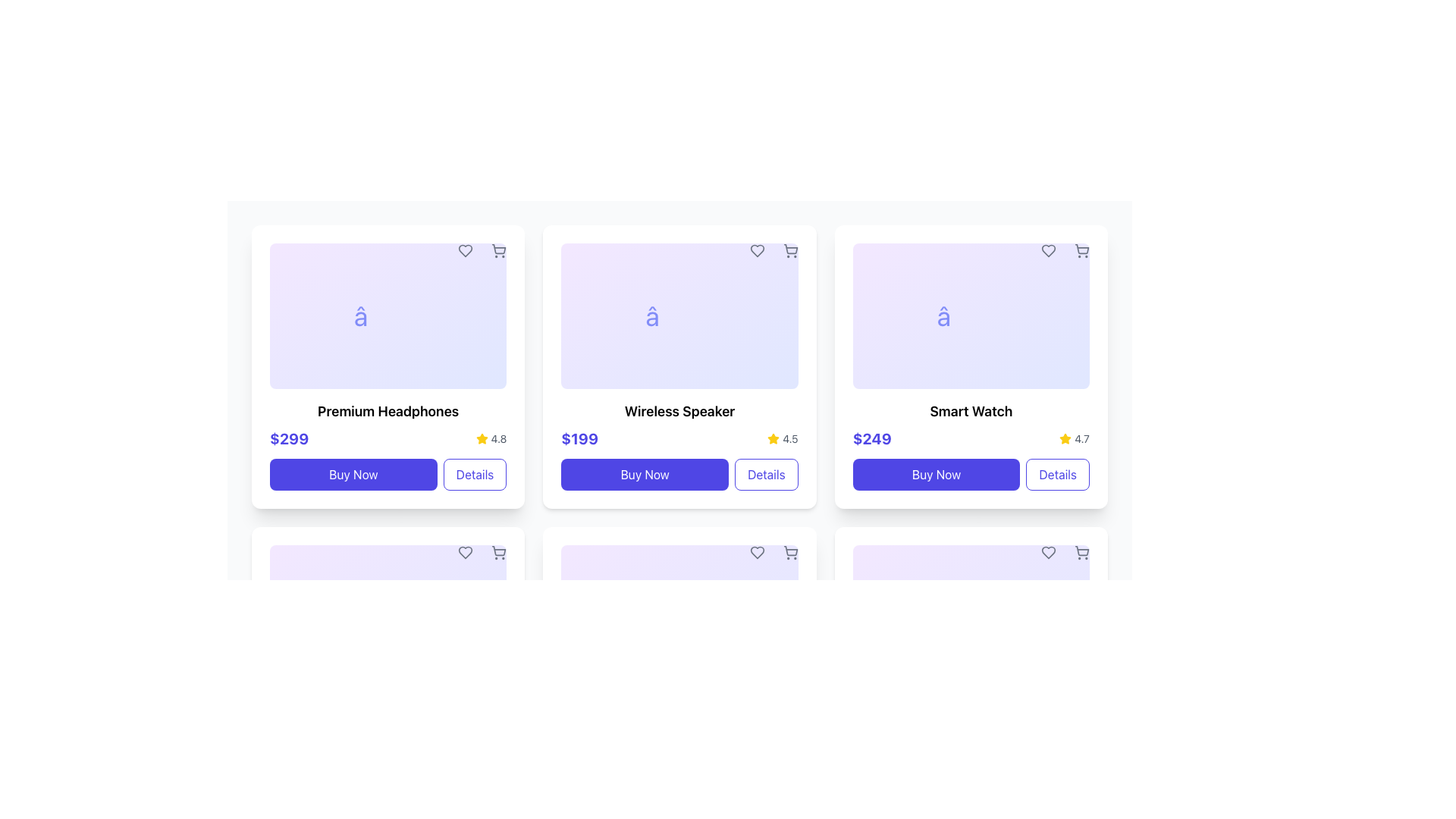  I want to click on the shopping cart icon located in the top-right corner of the item card, so click(499, 553).